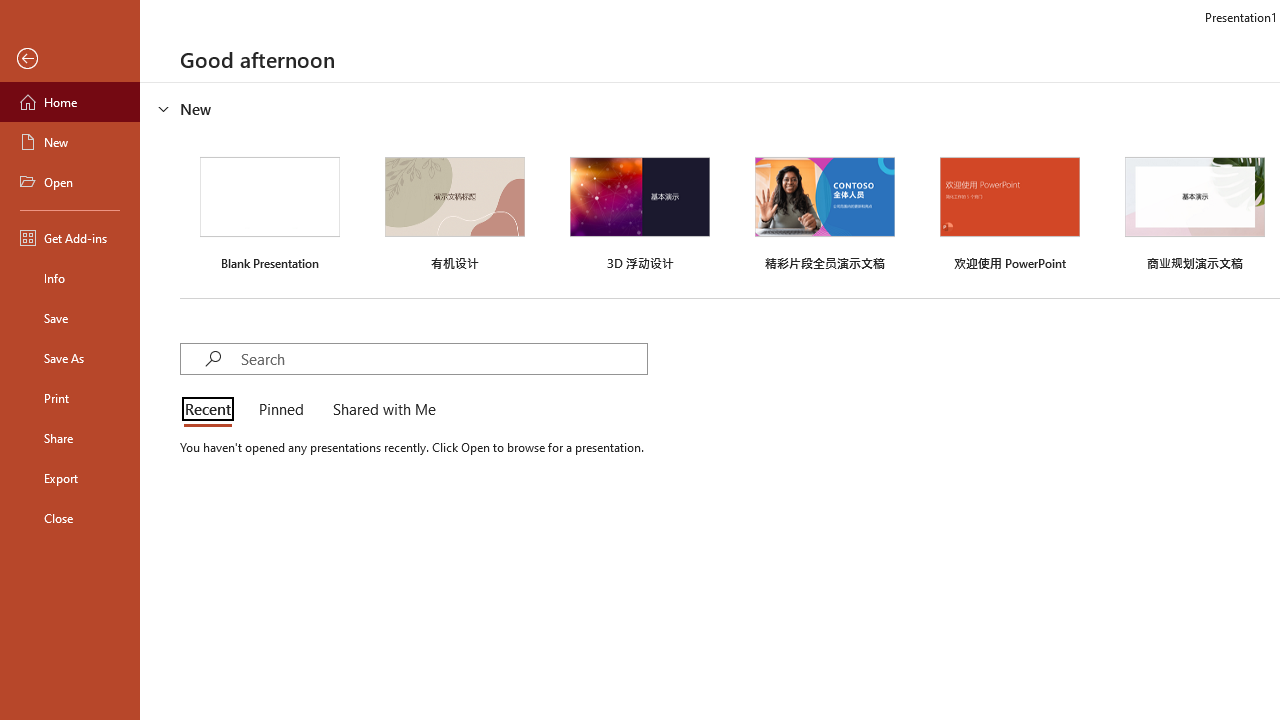 The height and width of the screenshot is (720, 1280). What do you see at coordinates (69, 140) in the screenshot?
I see `'New'` at bounding box center [69, 140].